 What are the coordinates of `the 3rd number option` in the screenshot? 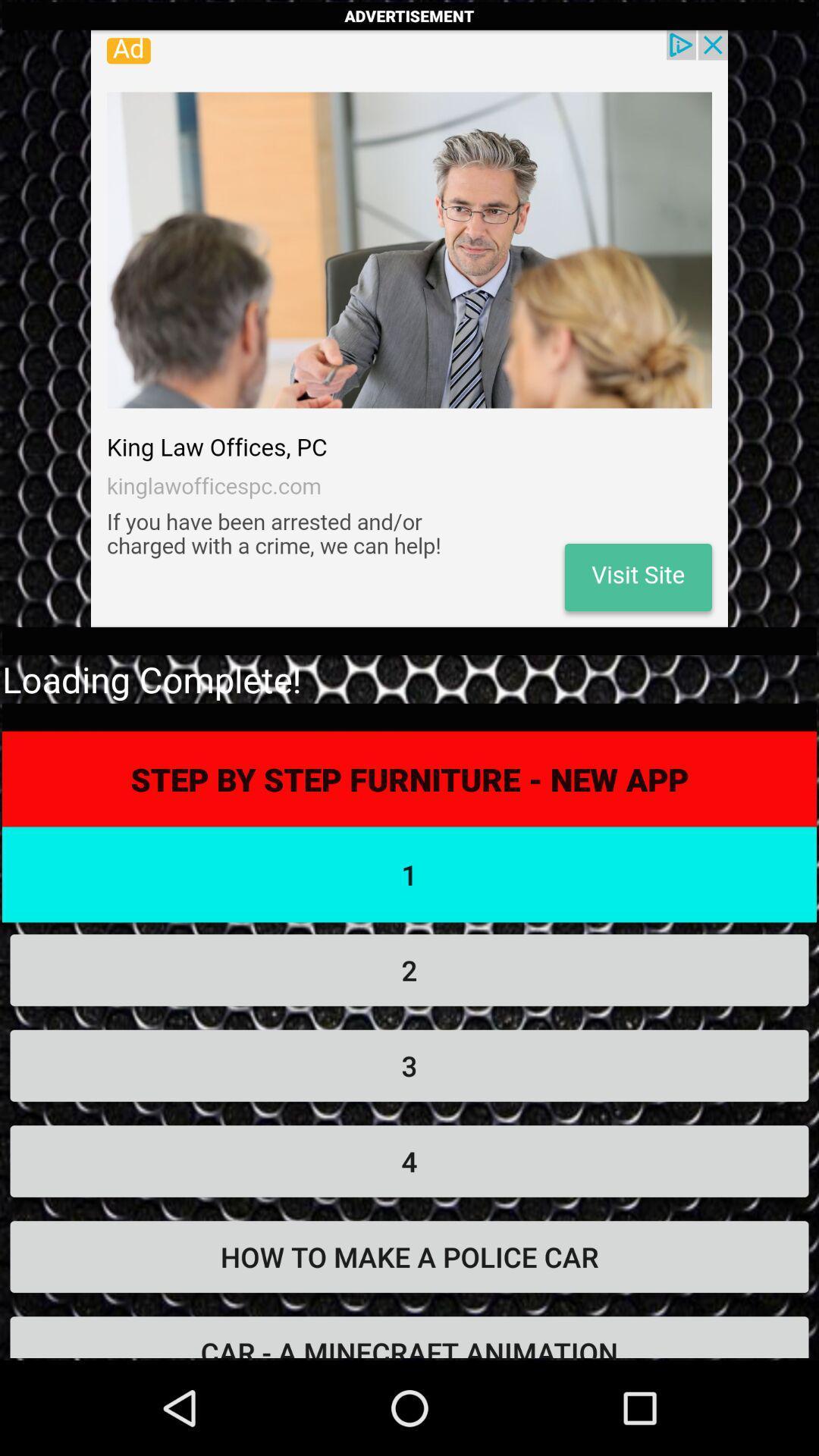 It's located at (409, 1065).